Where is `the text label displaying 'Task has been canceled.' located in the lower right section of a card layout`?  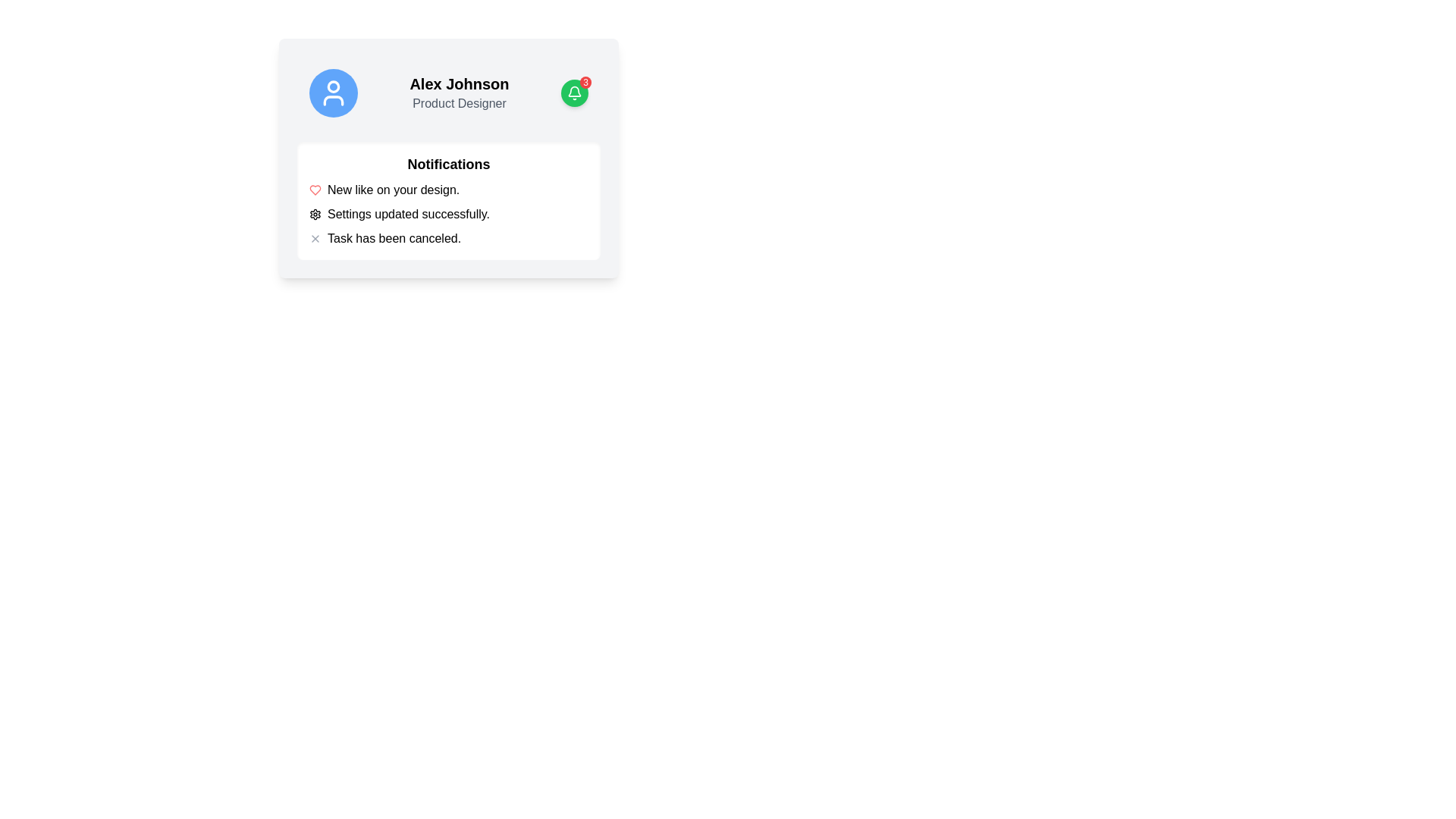
the text label displaying 'Task has been canceled.' located in the lower right section of a card layout is located at coordinates (394, 239).